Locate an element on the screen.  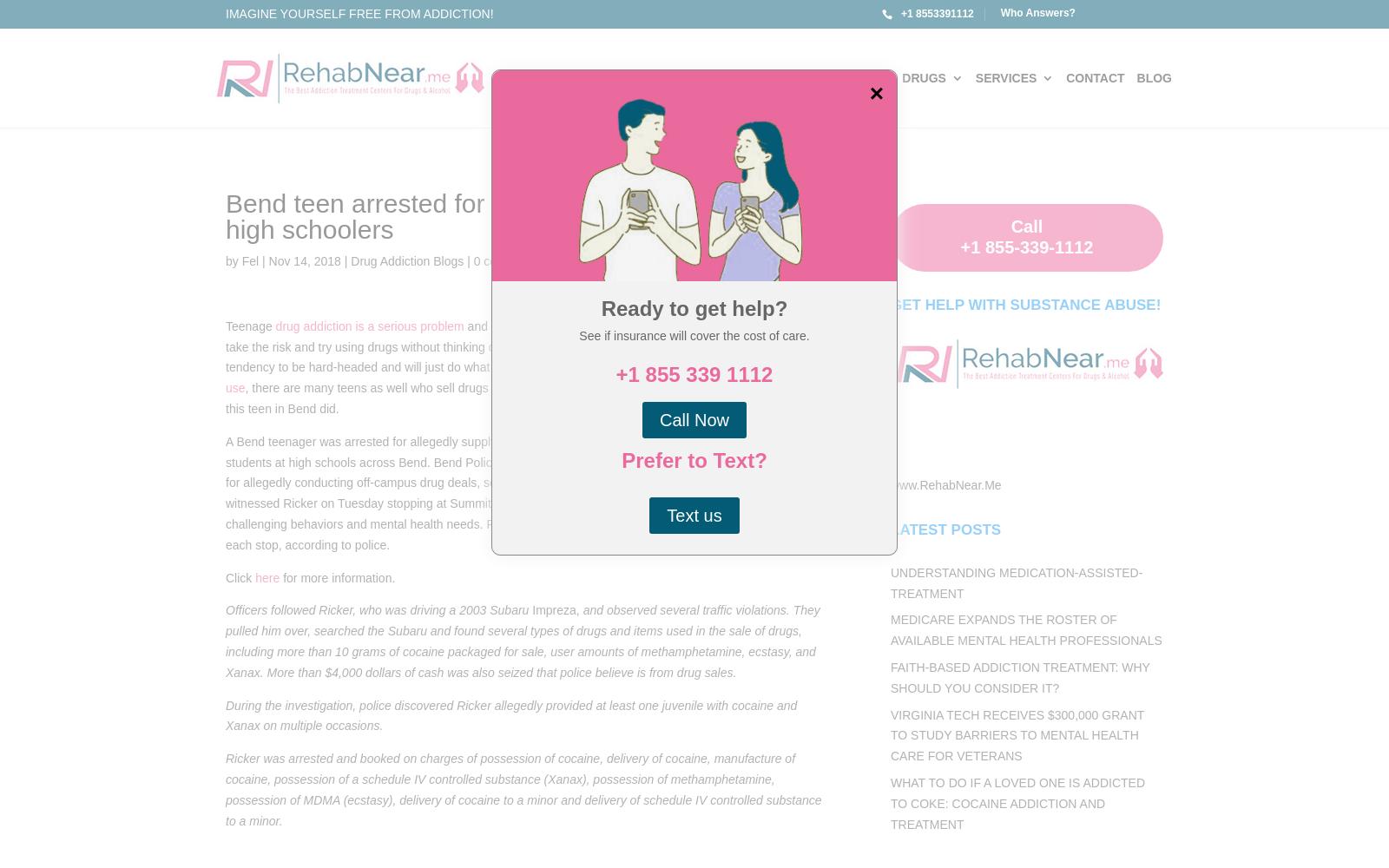
'Alcohol Rehab for Veterans' is located at coordinates (821, 247).